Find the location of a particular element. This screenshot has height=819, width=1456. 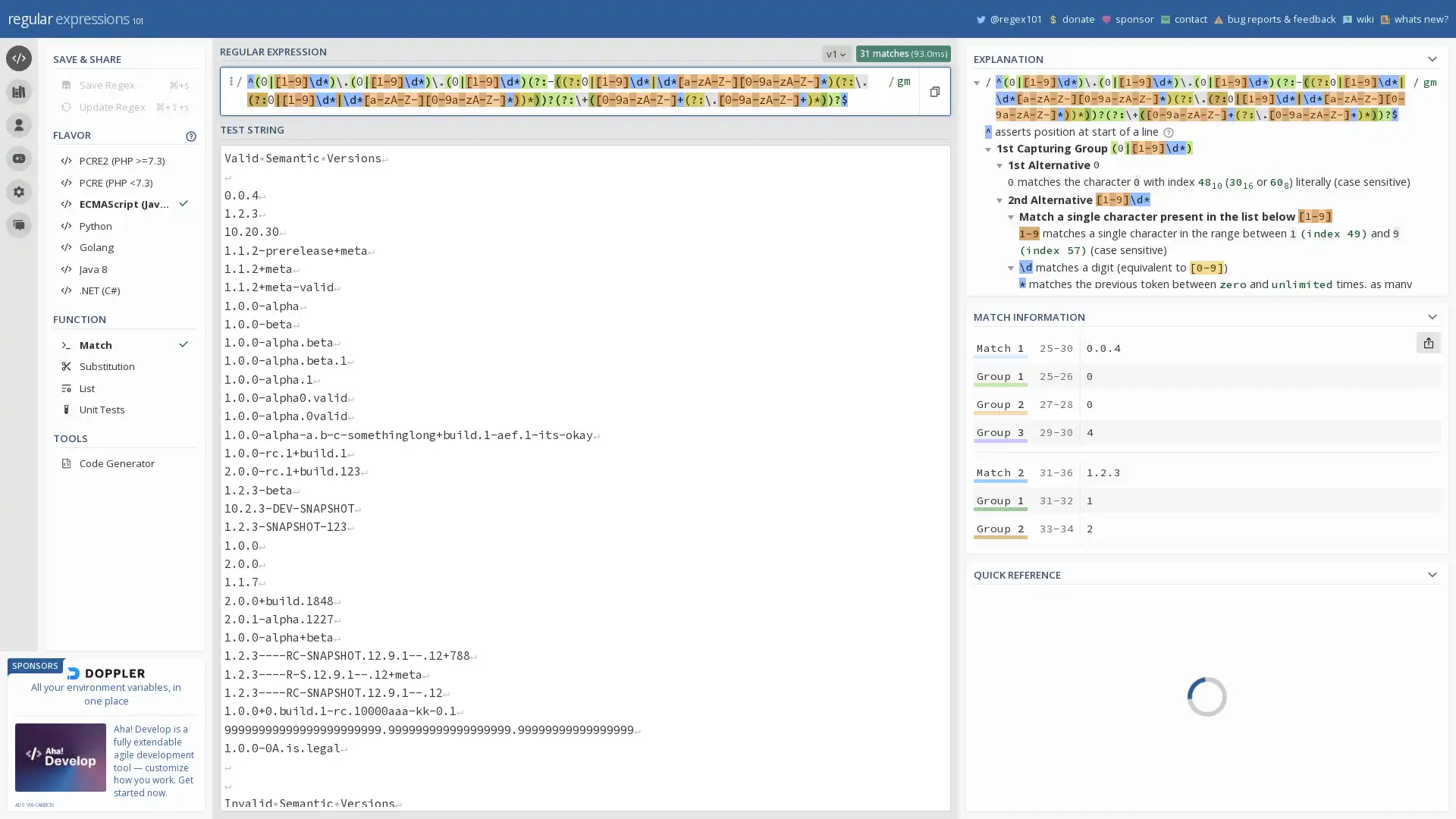

Java 8 is located at coordinates (124, 268).